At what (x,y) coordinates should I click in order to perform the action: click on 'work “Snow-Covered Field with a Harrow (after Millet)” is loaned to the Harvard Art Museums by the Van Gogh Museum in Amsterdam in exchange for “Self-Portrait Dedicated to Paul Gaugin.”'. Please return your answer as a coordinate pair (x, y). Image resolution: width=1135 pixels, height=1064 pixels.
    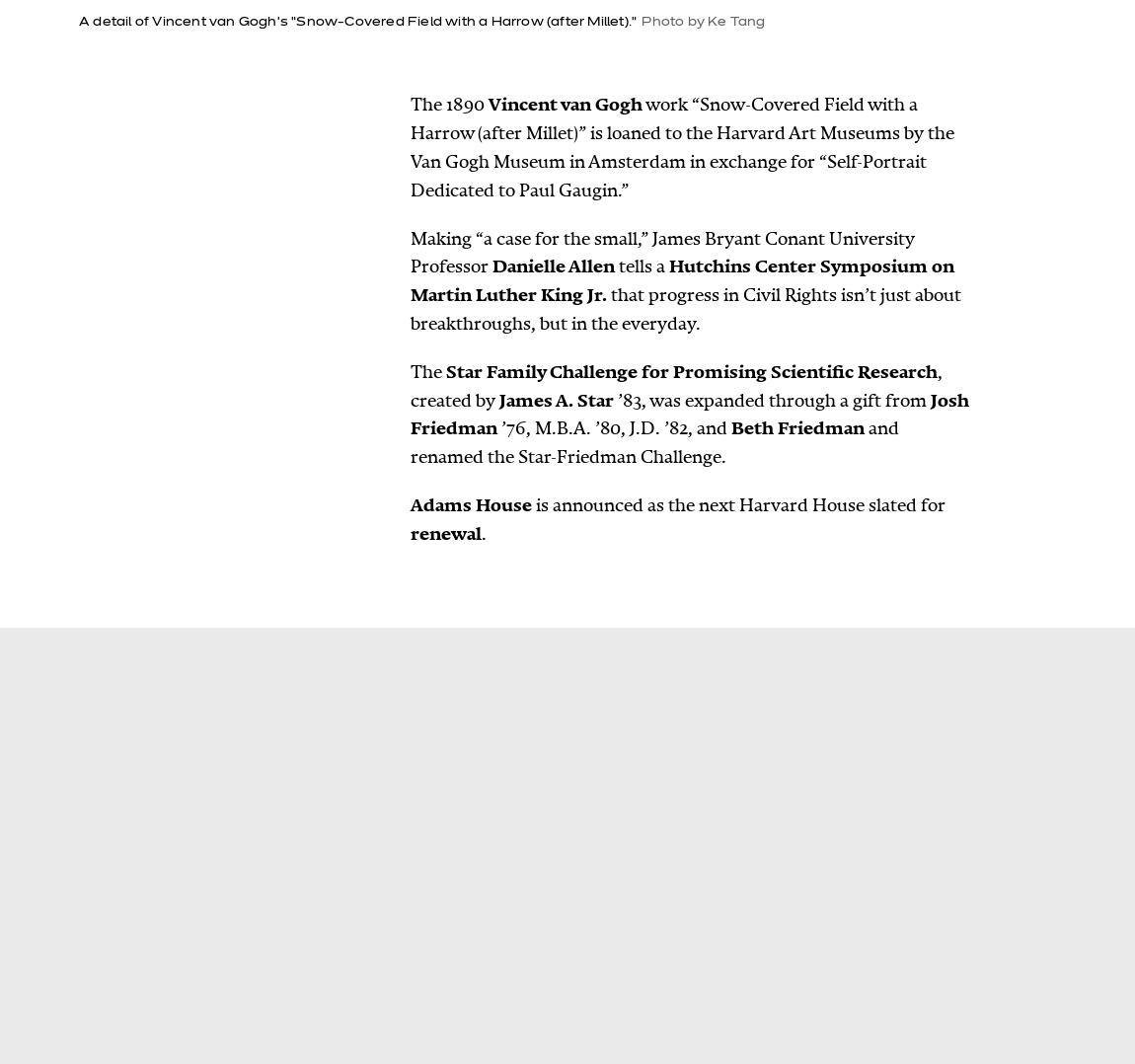
    Looking at the image, I should click on (681, 146).